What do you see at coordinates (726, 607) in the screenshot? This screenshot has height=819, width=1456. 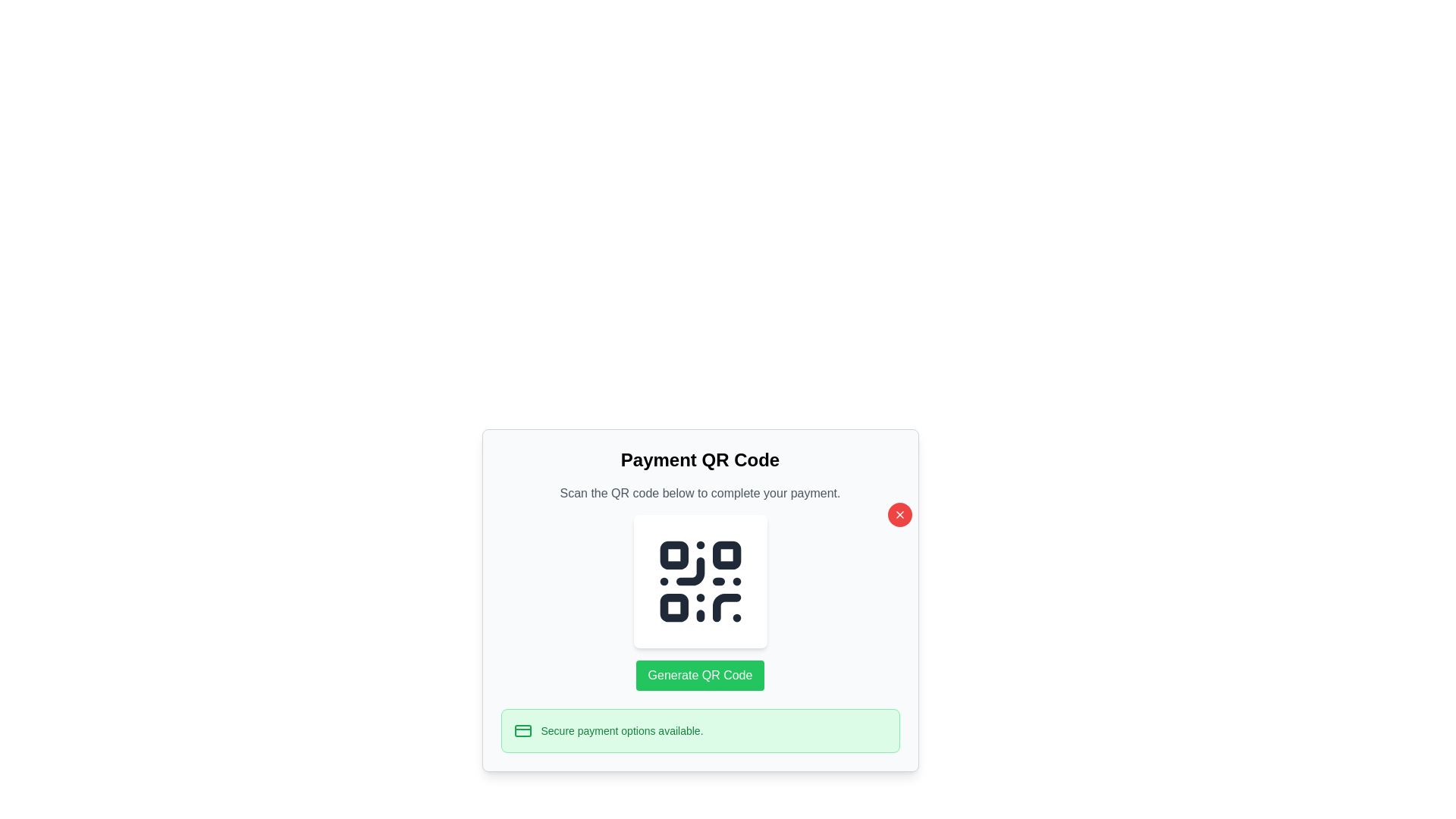 I see `the distinctive line feature in the lower-right corner of the QR code displayed on the 'Payment QR Code' modal` at bounding box center [726, 607].